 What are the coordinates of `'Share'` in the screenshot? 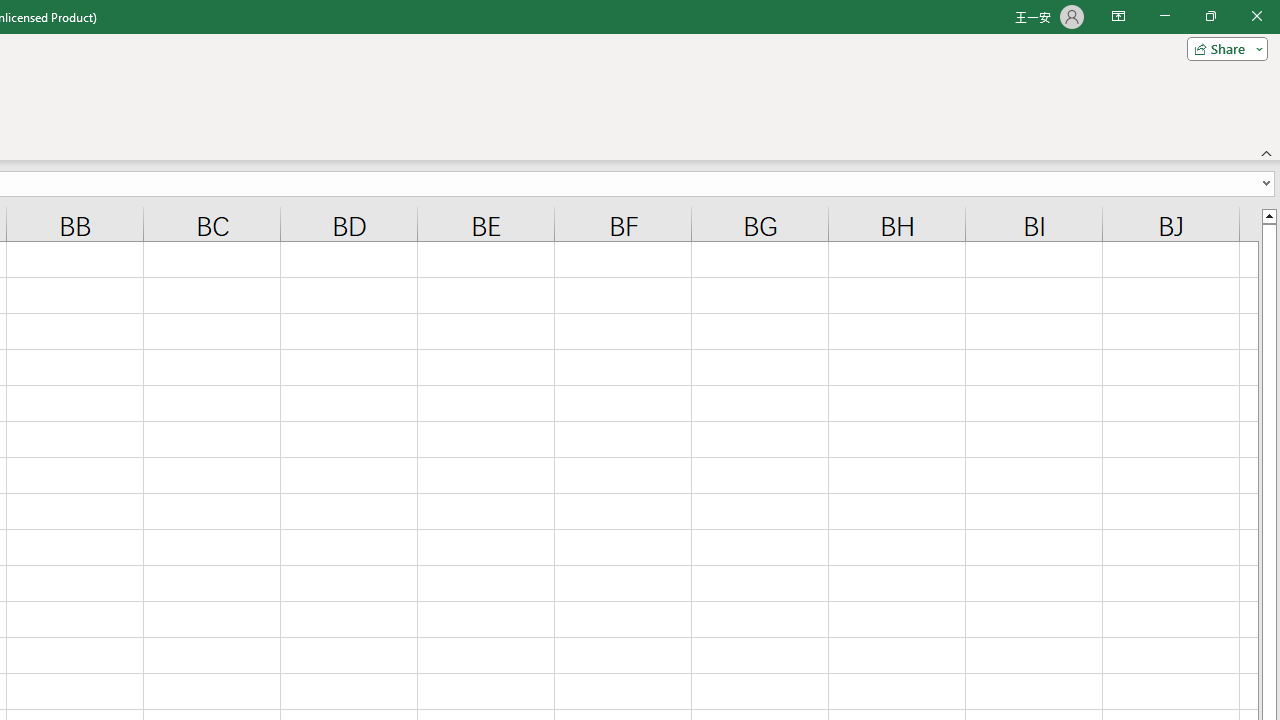 It's located at (1222, 47).